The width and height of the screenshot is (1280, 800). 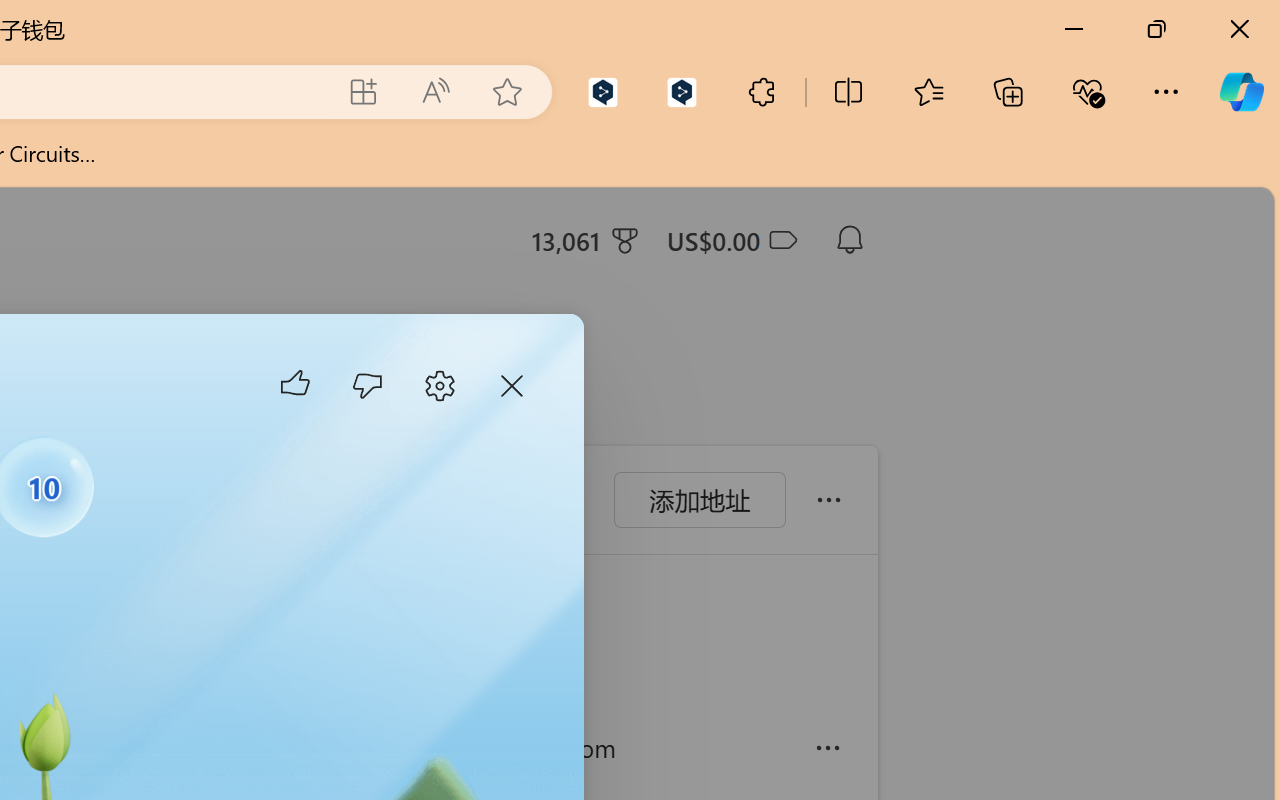 What do you see at coordinates (1240, 91) in the screenshot?
I see `'Copilot (Ctrl+Shift+.)'` at bounding box center [1240, 91].